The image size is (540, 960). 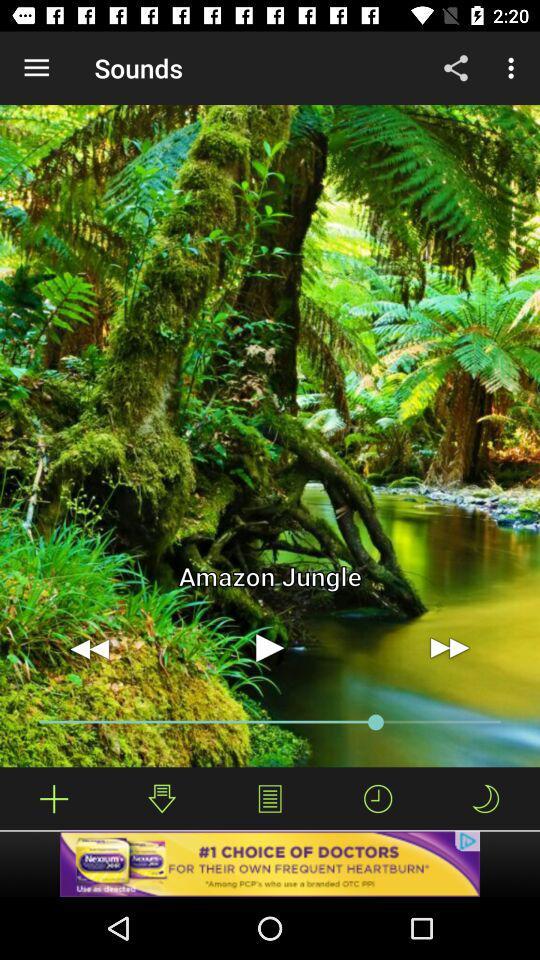 What do you see at coordinates (456, 68) in the screenshot?
I see `the icon share` at bounding box center [456, 68].